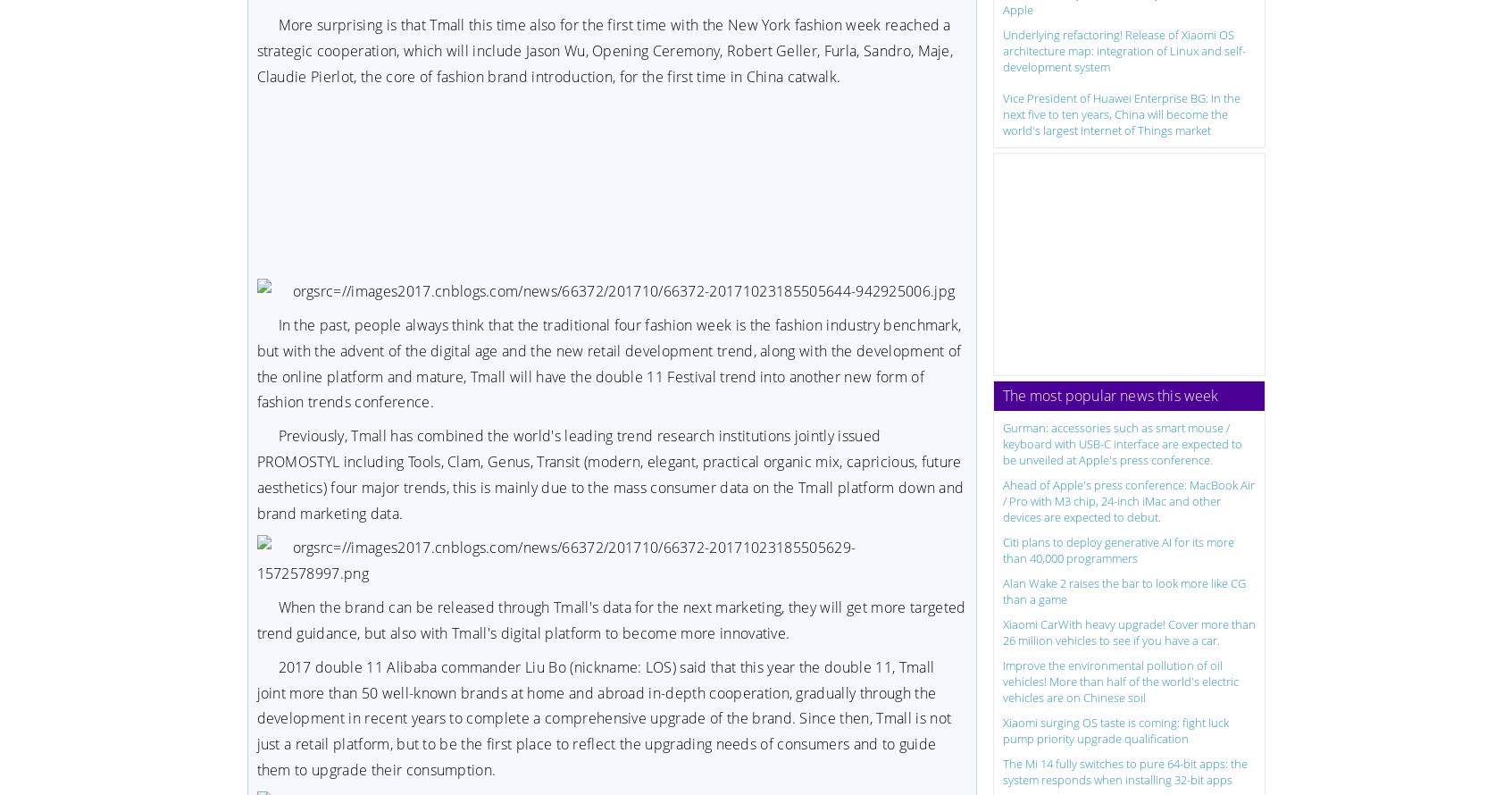 This screenshot has width=1512, height=795. Describe the element at coordinates (1115, 729) in the screenshot. I see `'Xiaomi surging OS taste is coming: fight luck pump priority upgrade qualification'` at that location.